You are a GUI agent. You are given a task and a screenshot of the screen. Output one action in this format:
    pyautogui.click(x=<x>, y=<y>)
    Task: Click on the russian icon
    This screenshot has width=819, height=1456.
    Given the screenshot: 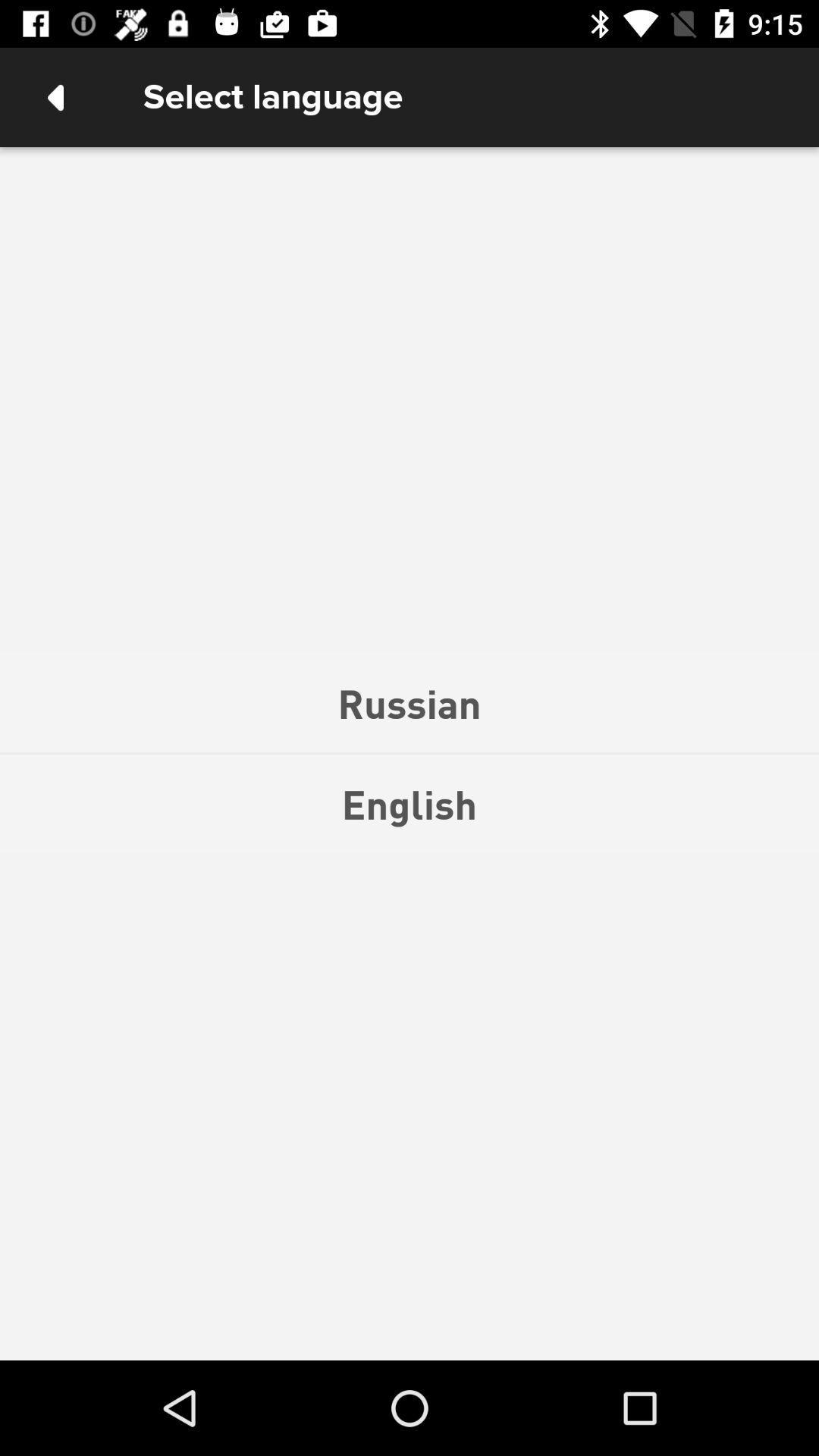 What is the action you would take?
    pyautogui.click(x=409, y=702)
    